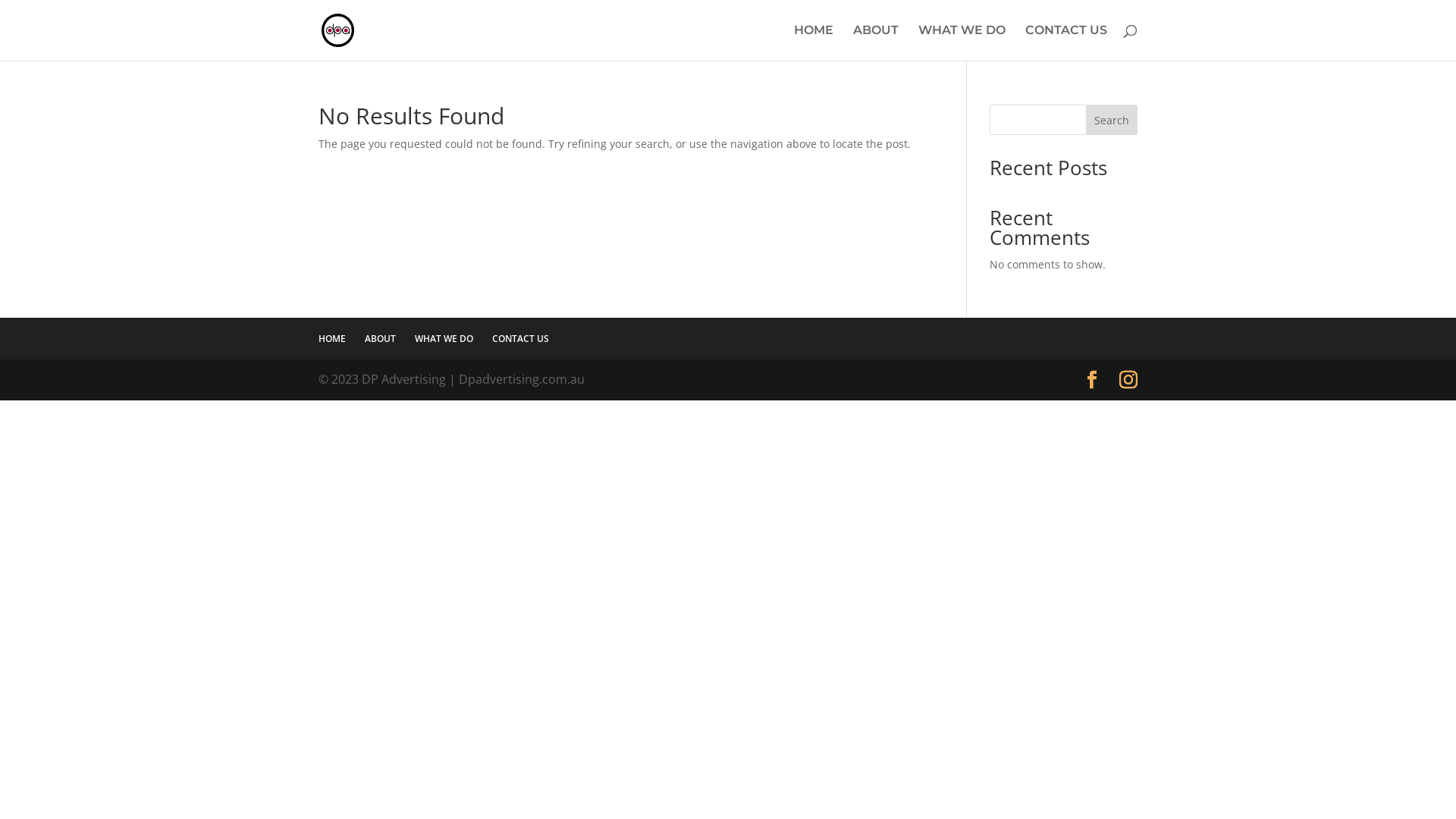 Image resolution: width=1456 pixels, height=819 pixels. Describe the element at coordinates (1065, 42) in the screenshot. I see `'CONTACT US'` at that location.